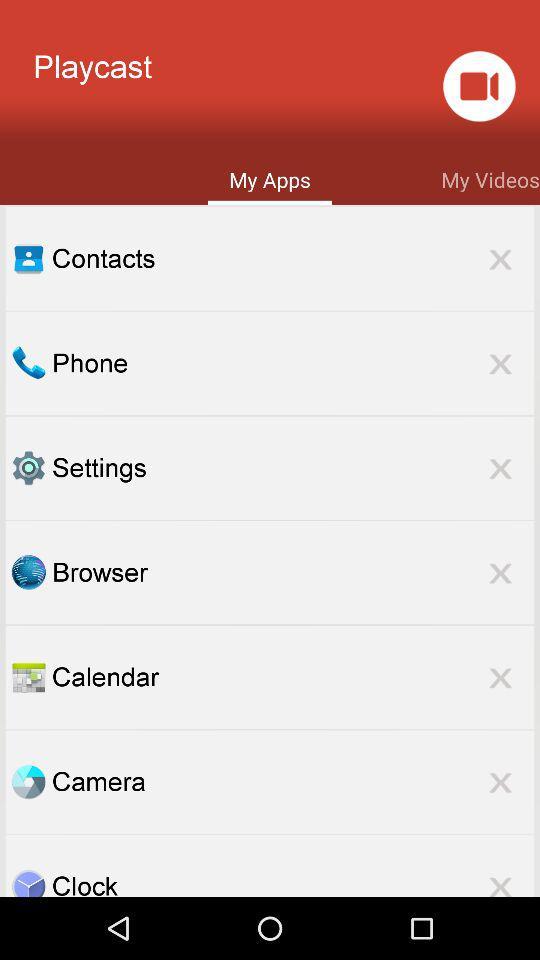  Describe the element at coordinates (489, 177) in the screenshot. I see `my videos icon` at that location.